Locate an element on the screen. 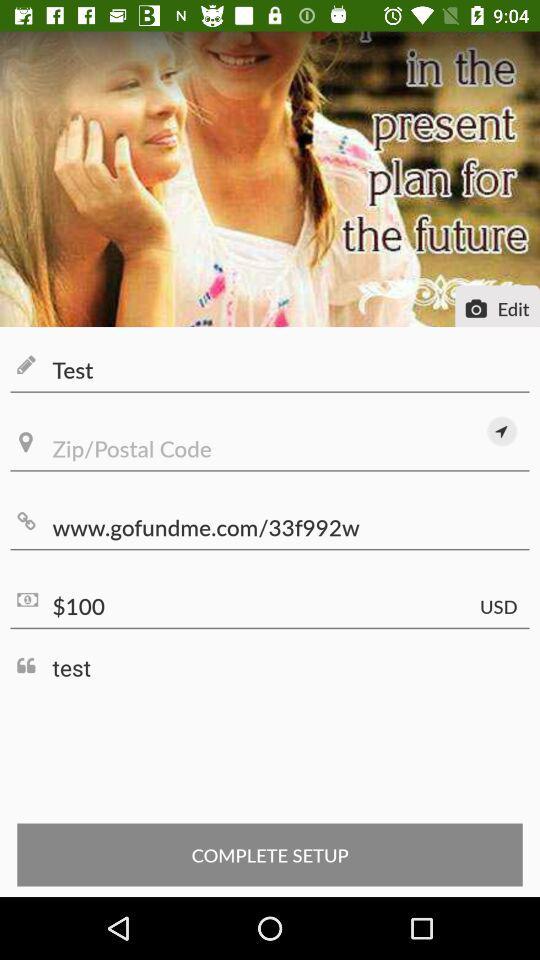 The width and height of the screenshot is (540, 960). item above www gofundme com item is located at coordinates (270, 449).